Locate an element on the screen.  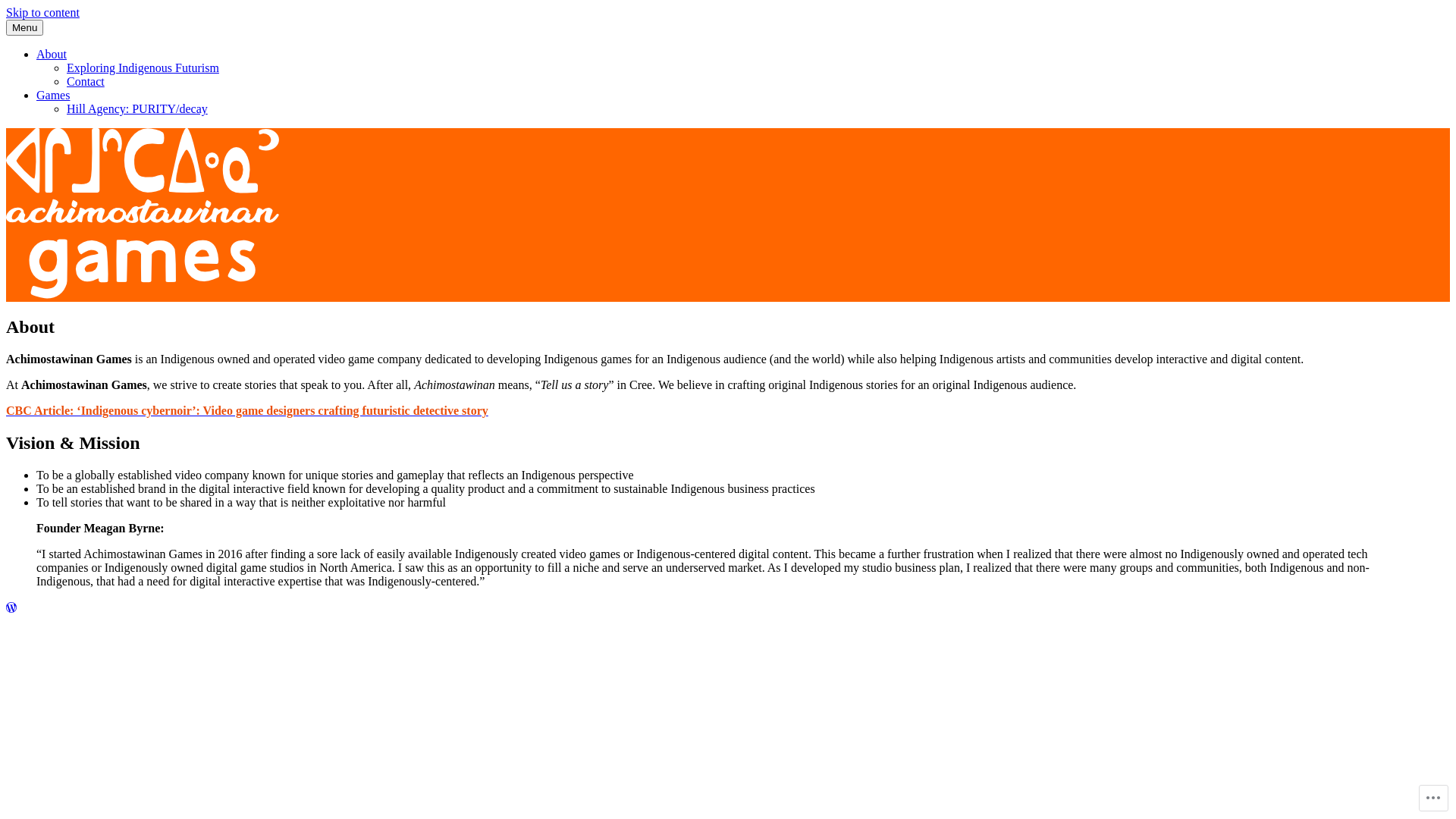
'Contact' is located at coordinates (85, 81).